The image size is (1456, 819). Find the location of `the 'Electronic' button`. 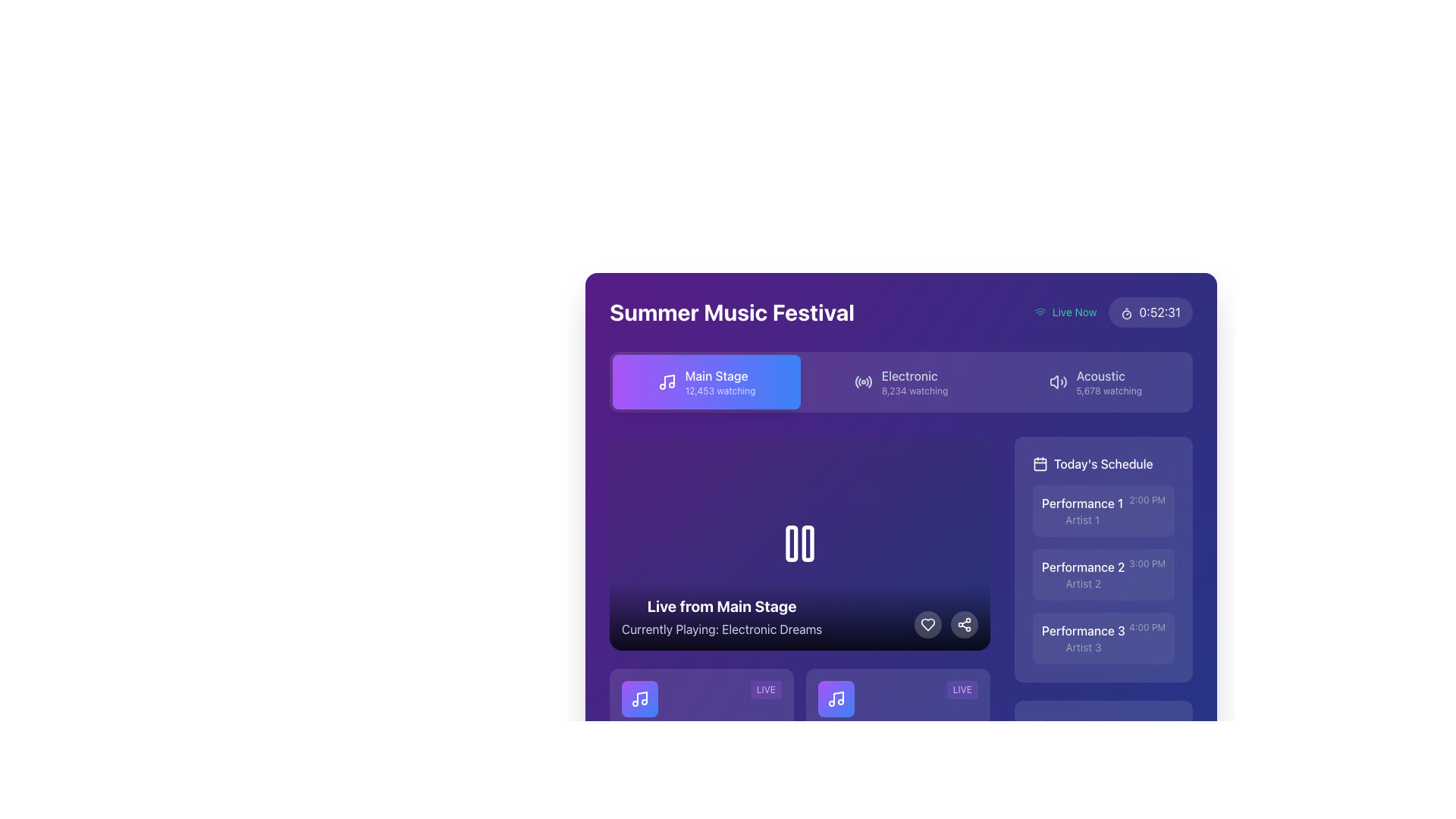

the 'Electronic' button is located at coordinates (901, 381).